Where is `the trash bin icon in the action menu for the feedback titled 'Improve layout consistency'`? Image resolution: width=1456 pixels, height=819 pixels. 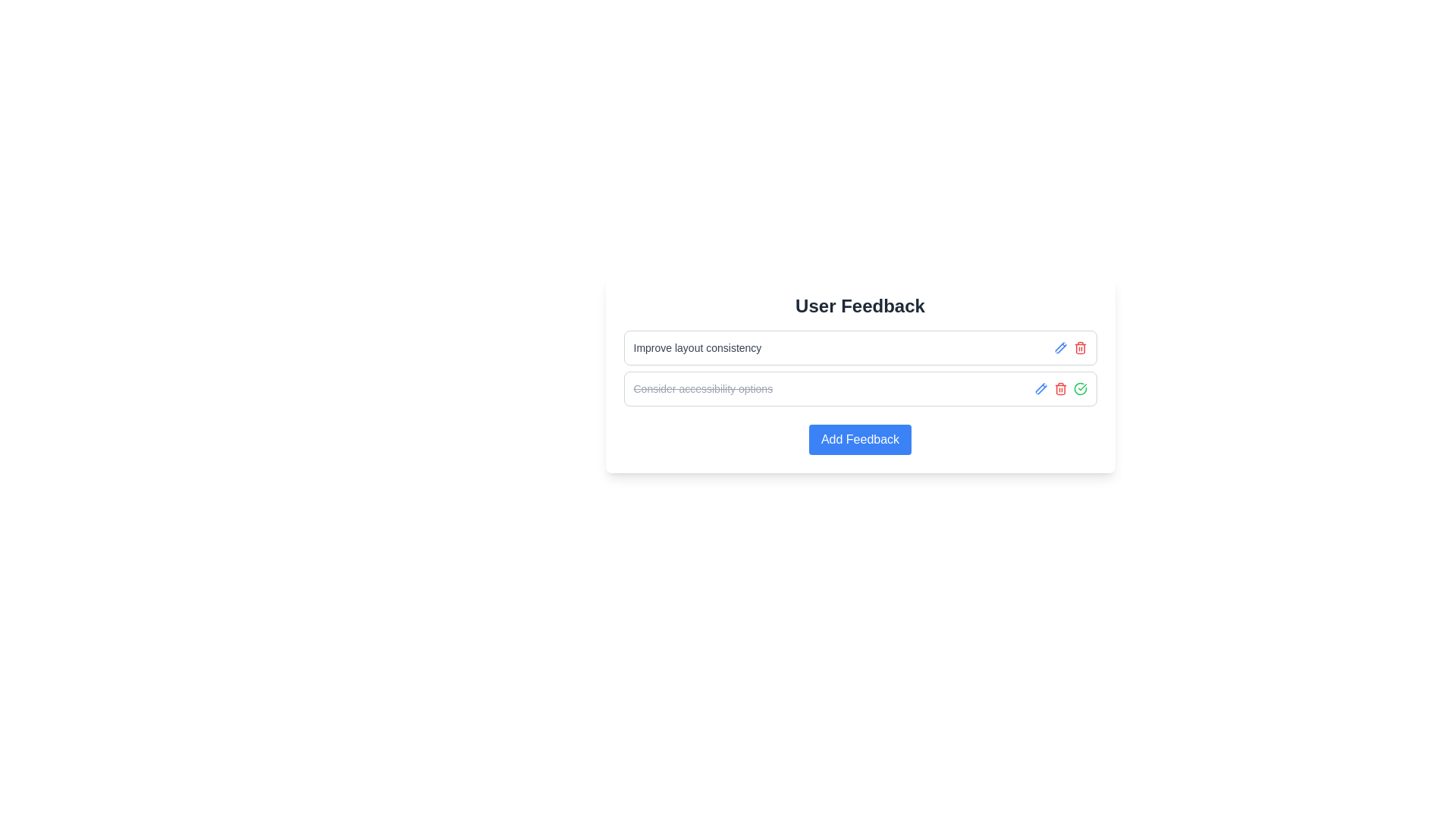
the trash bin icon in the action menu for the feedback titled 'Improve layout consistency' is located at coordinates (1069, 348).